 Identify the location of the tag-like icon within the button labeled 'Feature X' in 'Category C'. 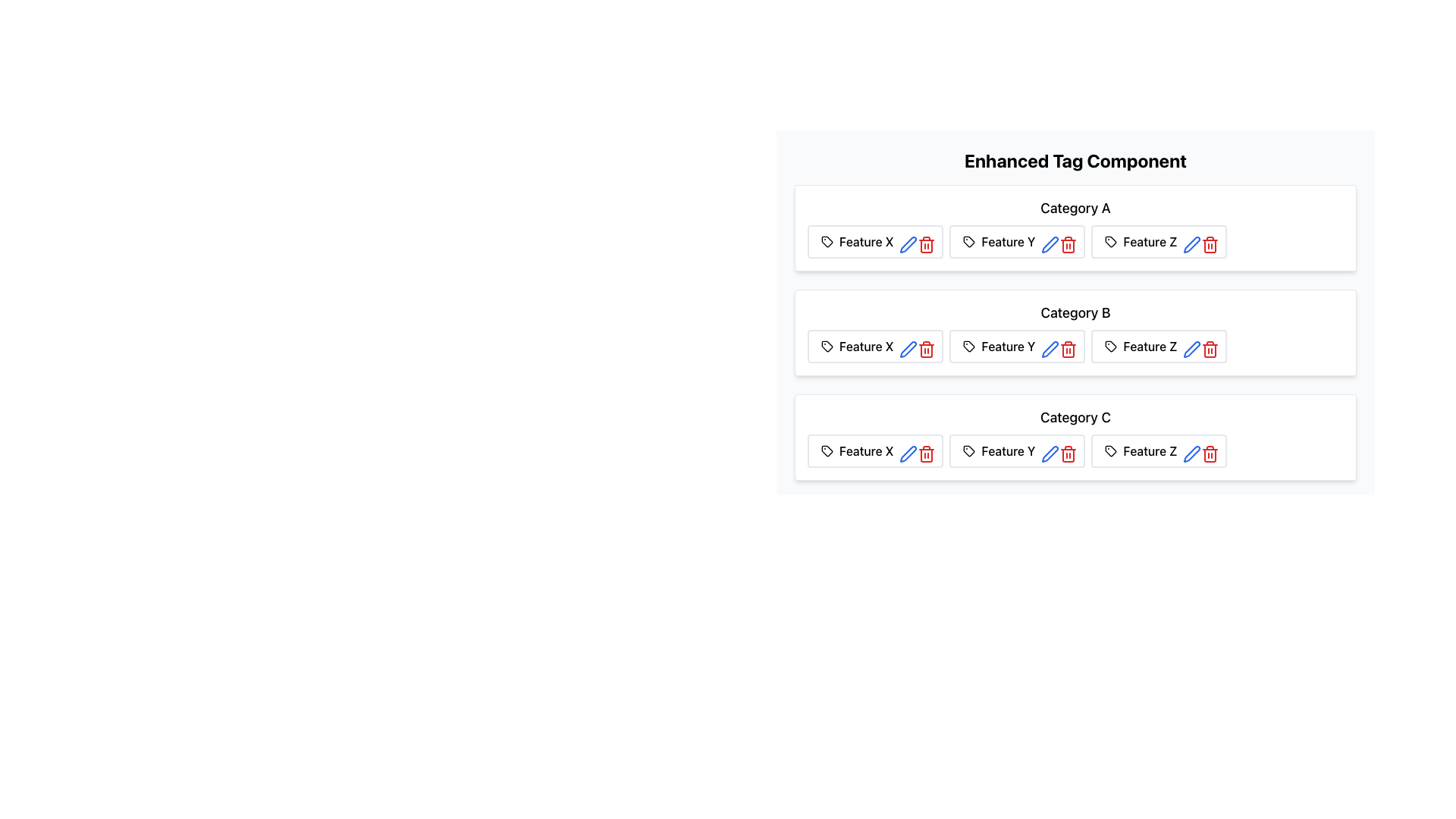
(825, 450).